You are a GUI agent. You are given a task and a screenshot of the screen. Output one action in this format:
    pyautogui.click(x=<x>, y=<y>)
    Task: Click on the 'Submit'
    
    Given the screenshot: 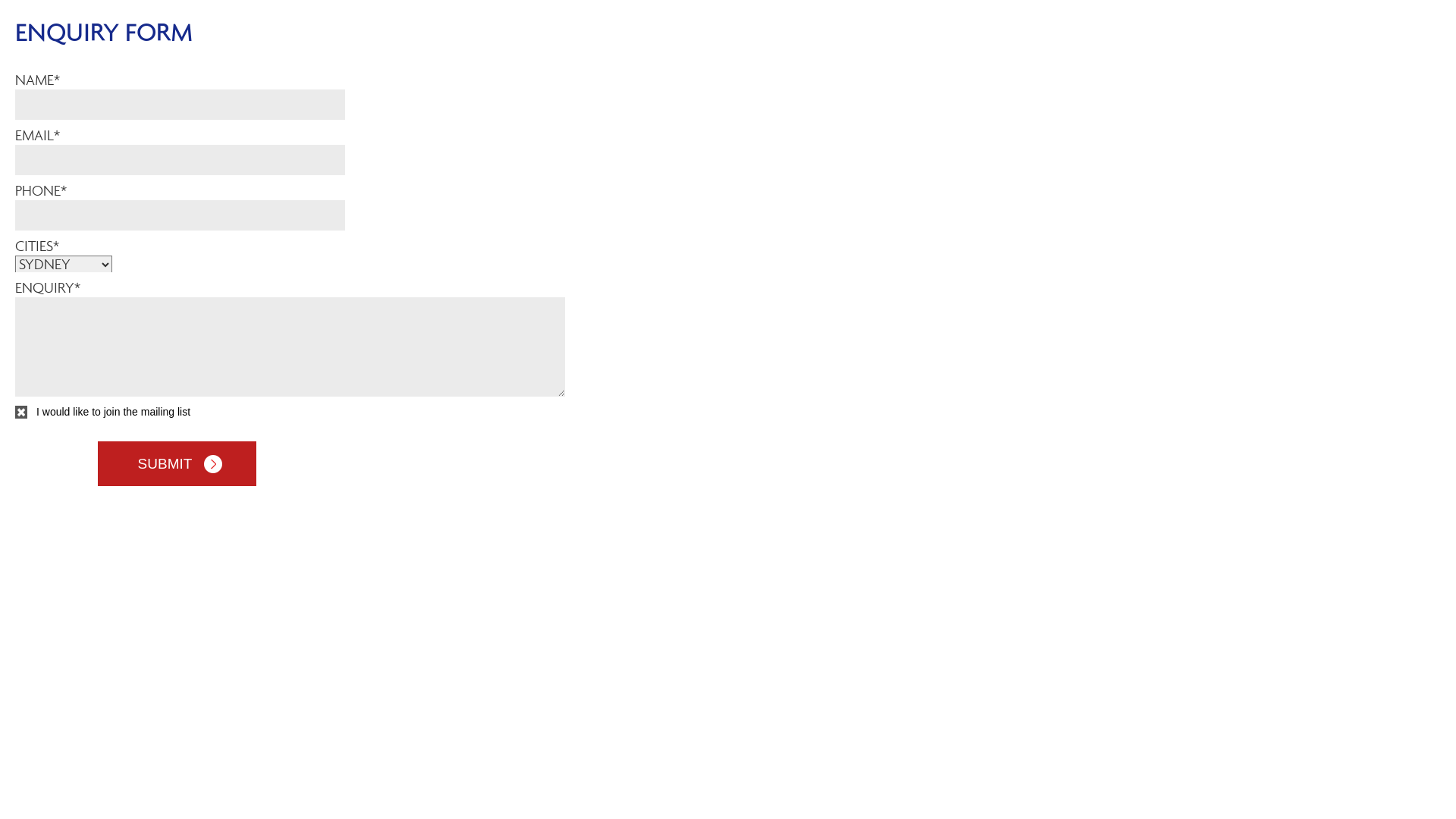 What is the action you would take?
    pyautogui.click(x=176, y=463)
    